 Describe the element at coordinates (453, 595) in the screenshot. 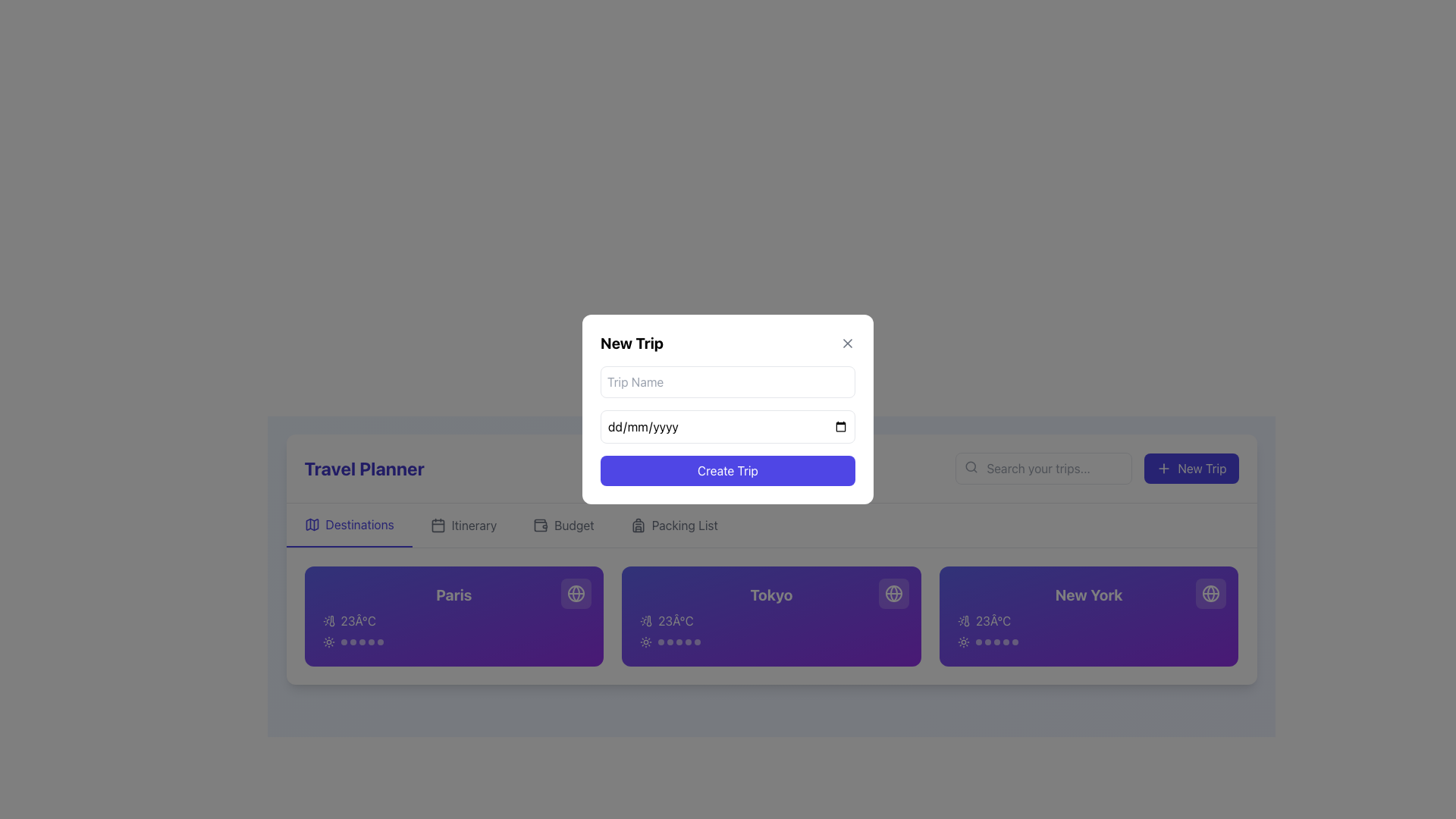

I see `the text label displaying 'Paris' in bold font, which is the first label in the Travel Planner section card` at that location.